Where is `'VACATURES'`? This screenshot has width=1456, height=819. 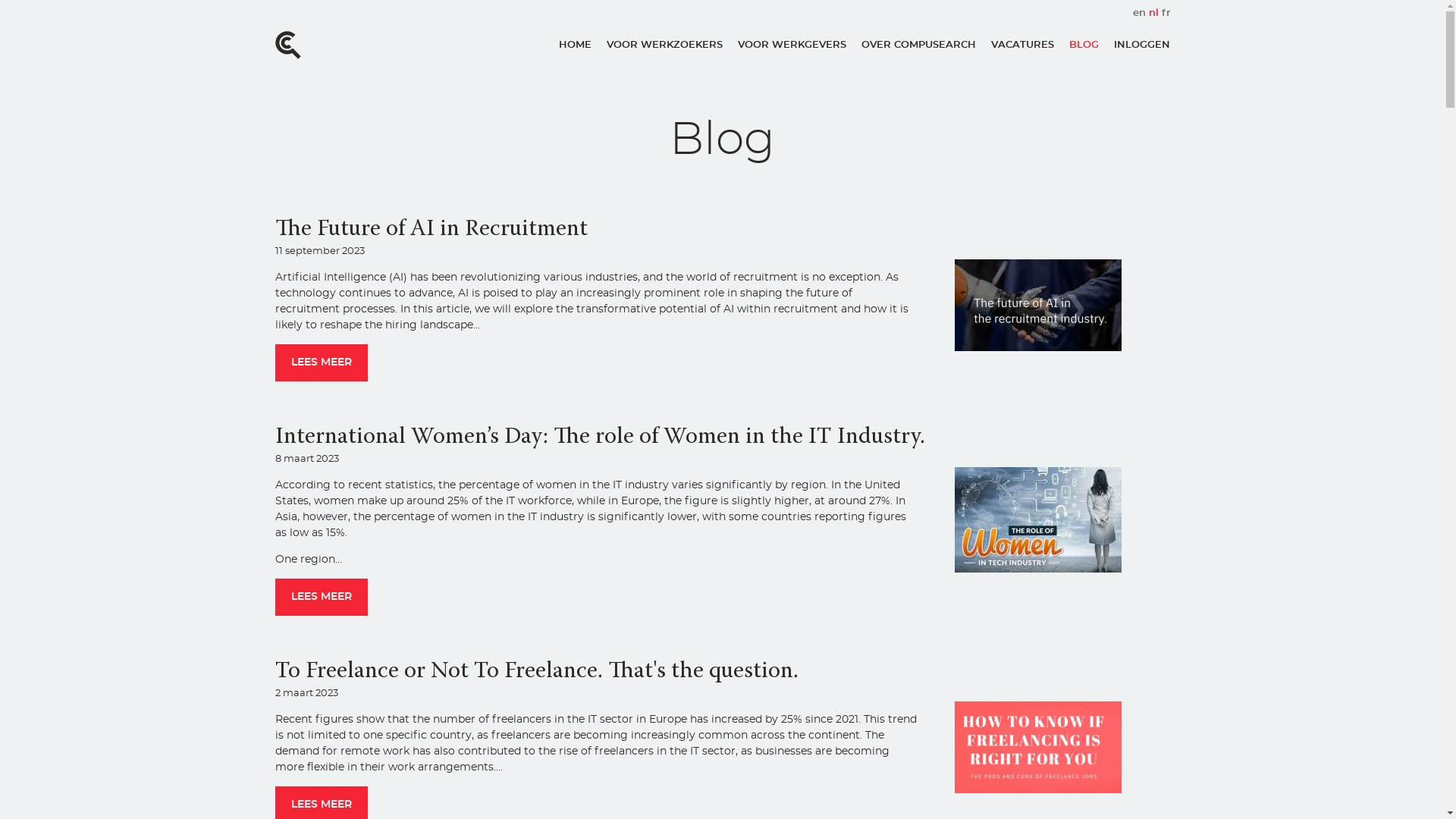 'VACATURES' is located at coordinates (1021, 44).